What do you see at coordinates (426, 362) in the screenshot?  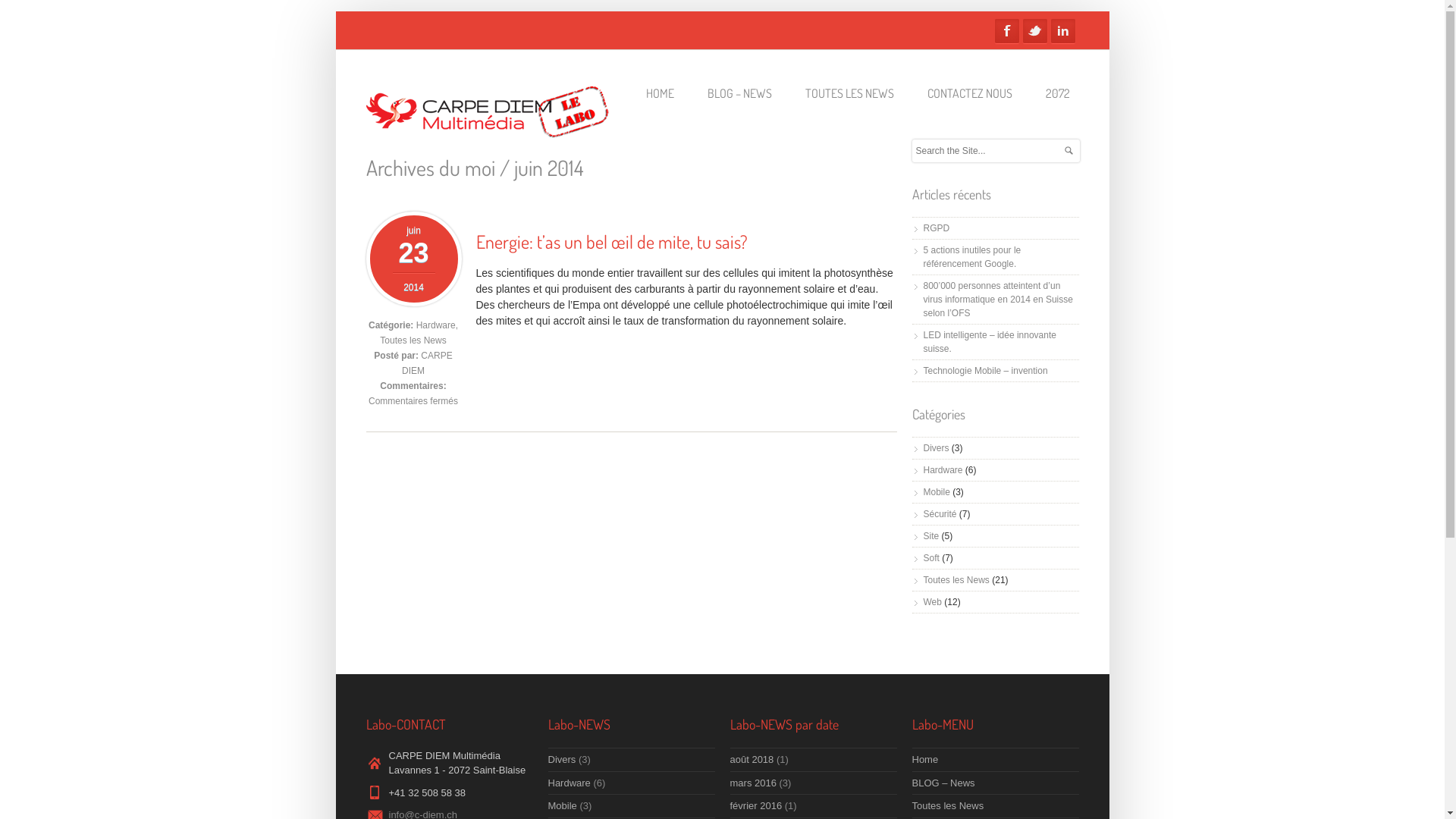 I see `'CARPE DIEM'` at bounding box center [426, 362].